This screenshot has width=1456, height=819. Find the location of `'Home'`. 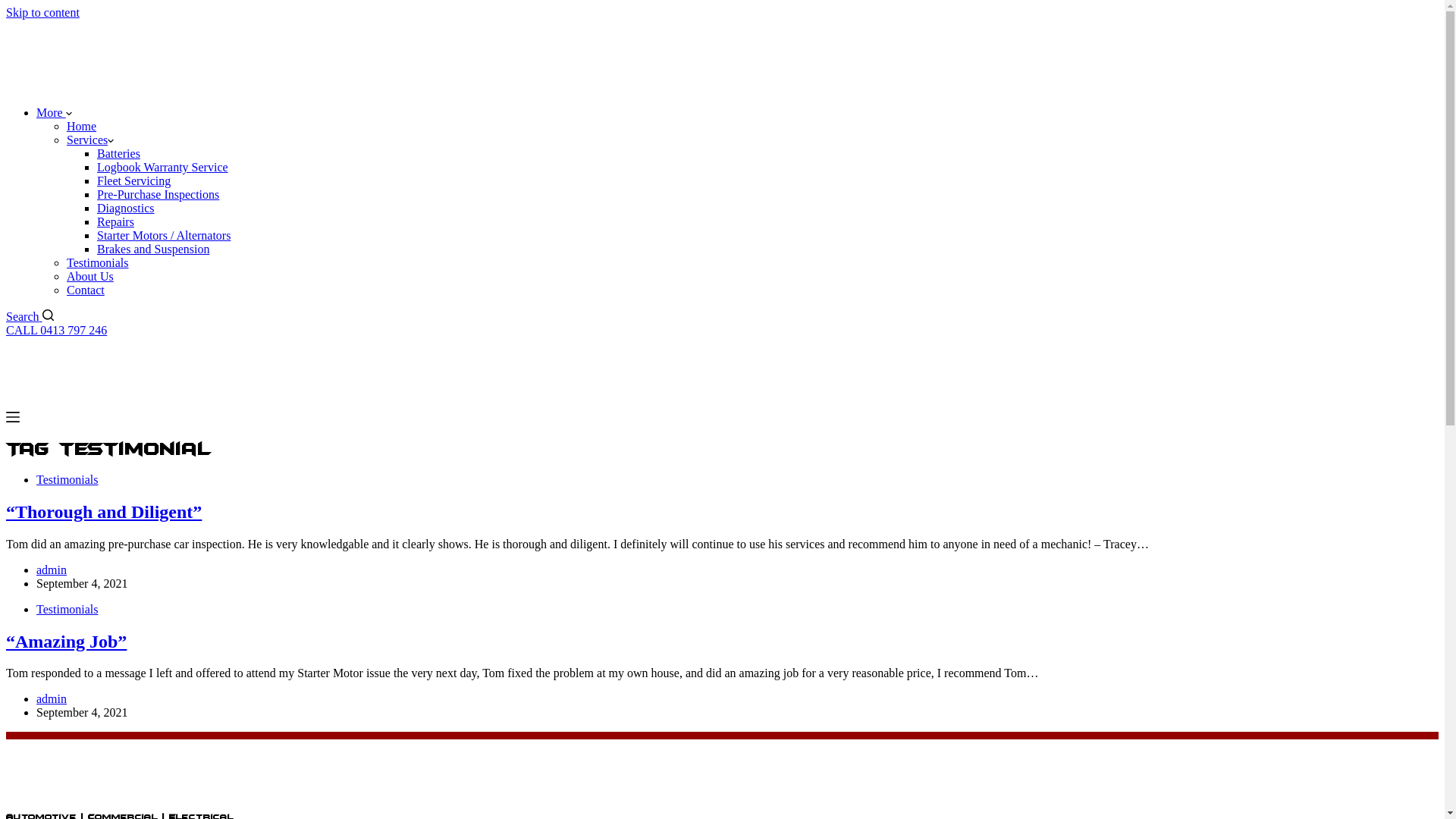

'Home' is located at coordinates (65, 125).